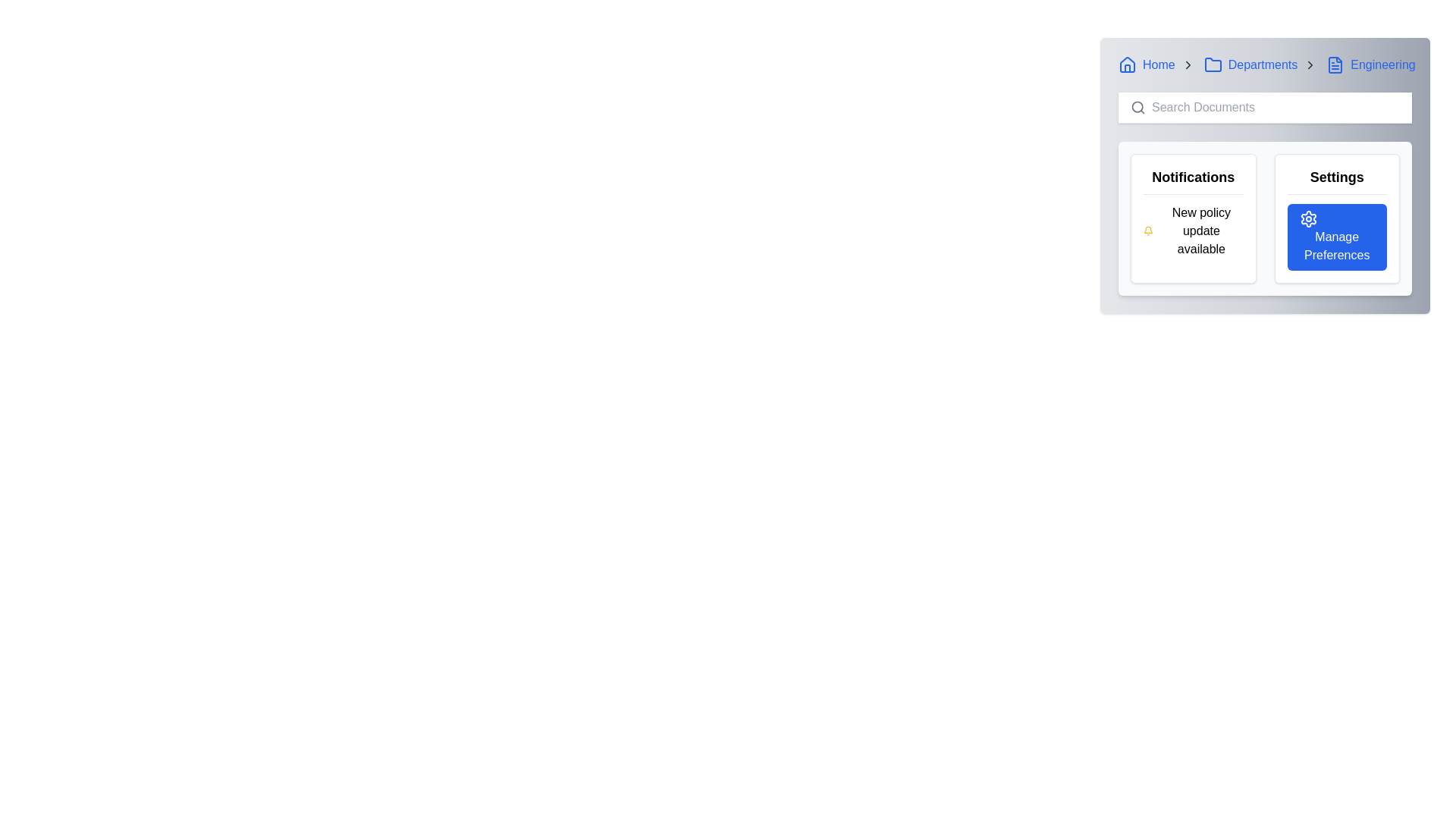  I want to click on the clickable text link that serves as a navigation link to the 'Home' page, positioned at the start of the breadcrumb navigation bar, to the immediate left of the 'Departments' link, so click(1147, 64).